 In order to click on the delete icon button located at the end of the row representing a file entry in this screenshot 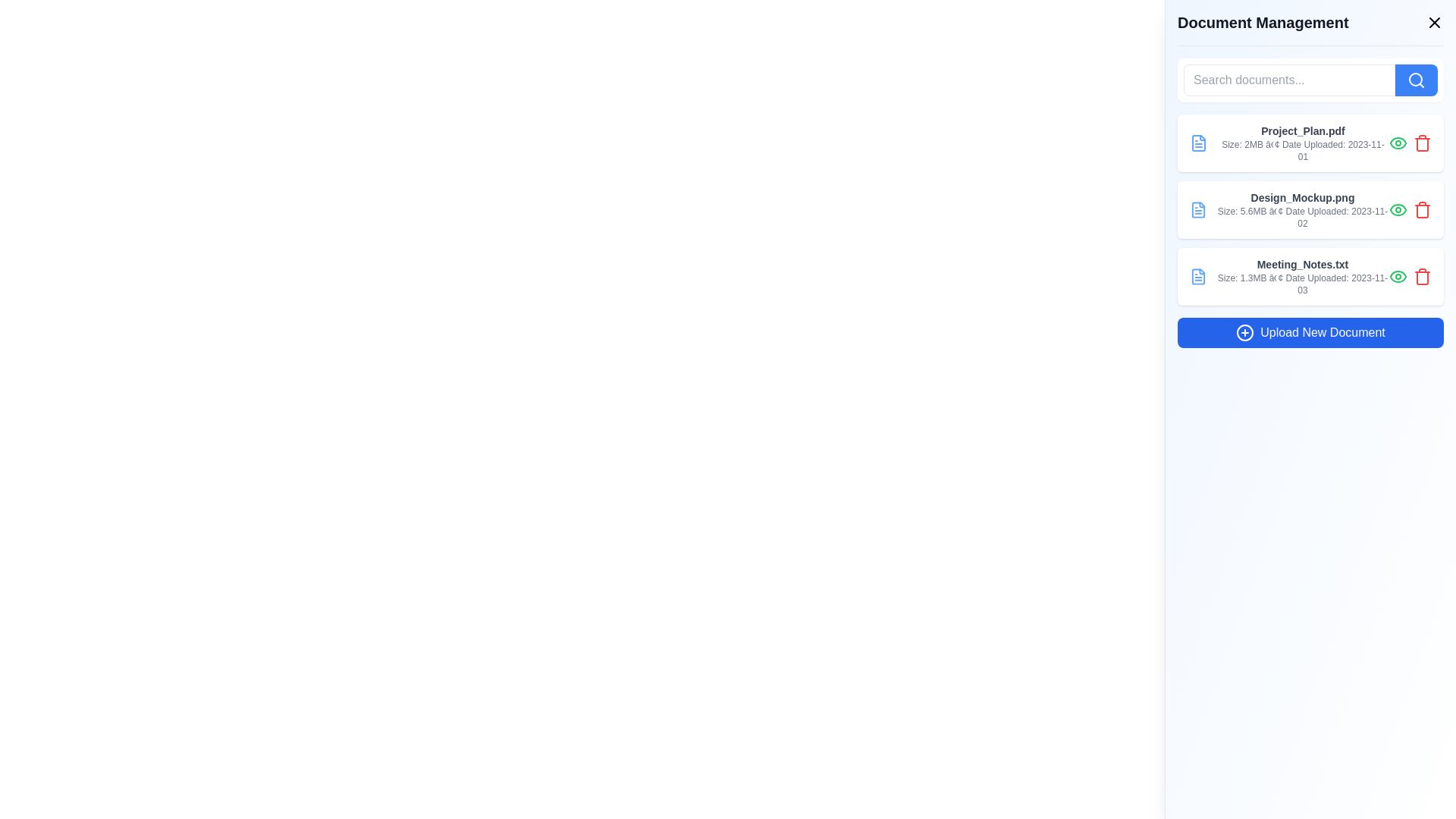, I will do `click(1422, 277)`.